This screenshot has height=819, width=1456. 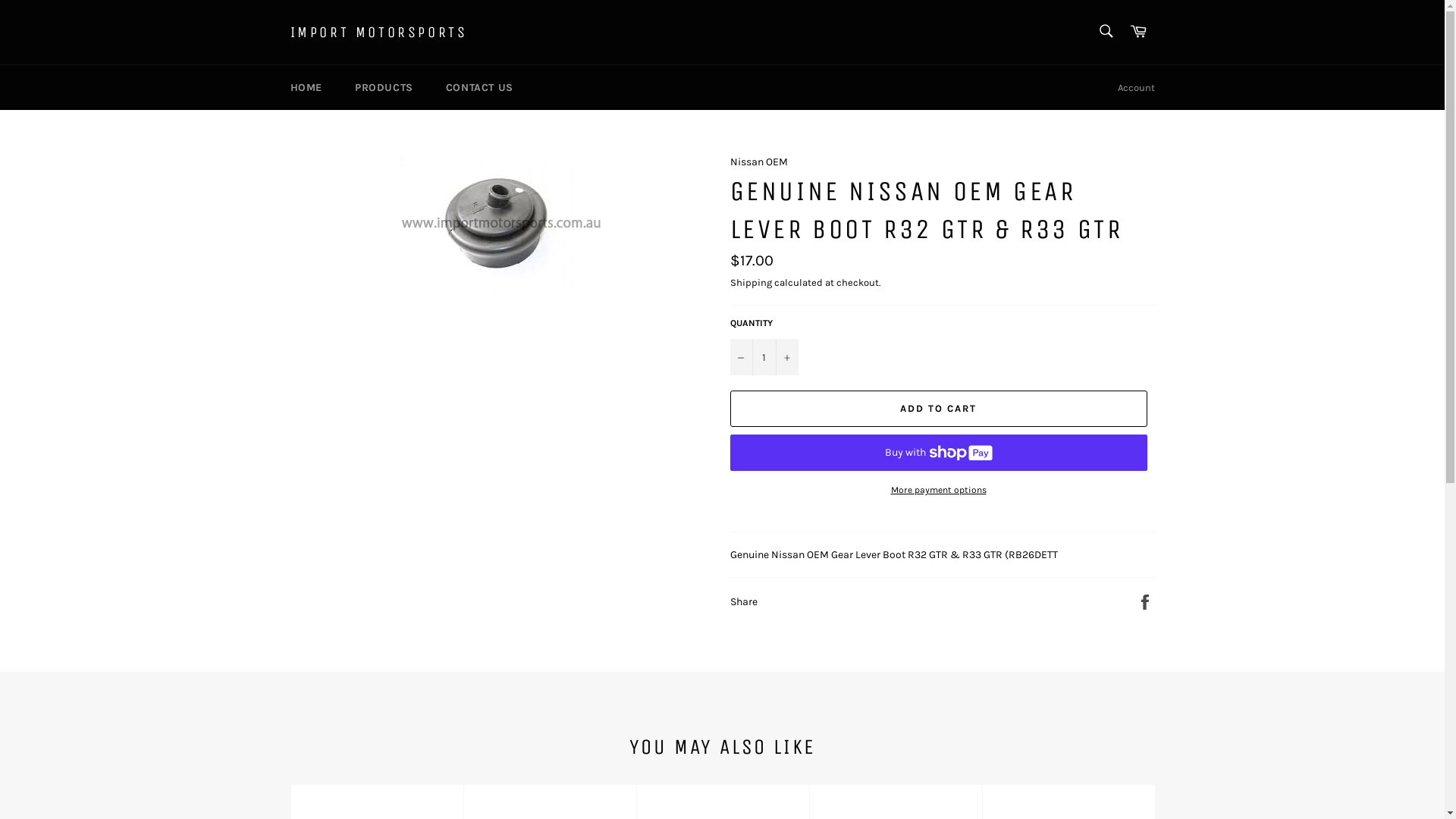 What do you see at coordinates (305, 87) in the screenshot?
I see `'HOME'` at bounding box center [305, 87].